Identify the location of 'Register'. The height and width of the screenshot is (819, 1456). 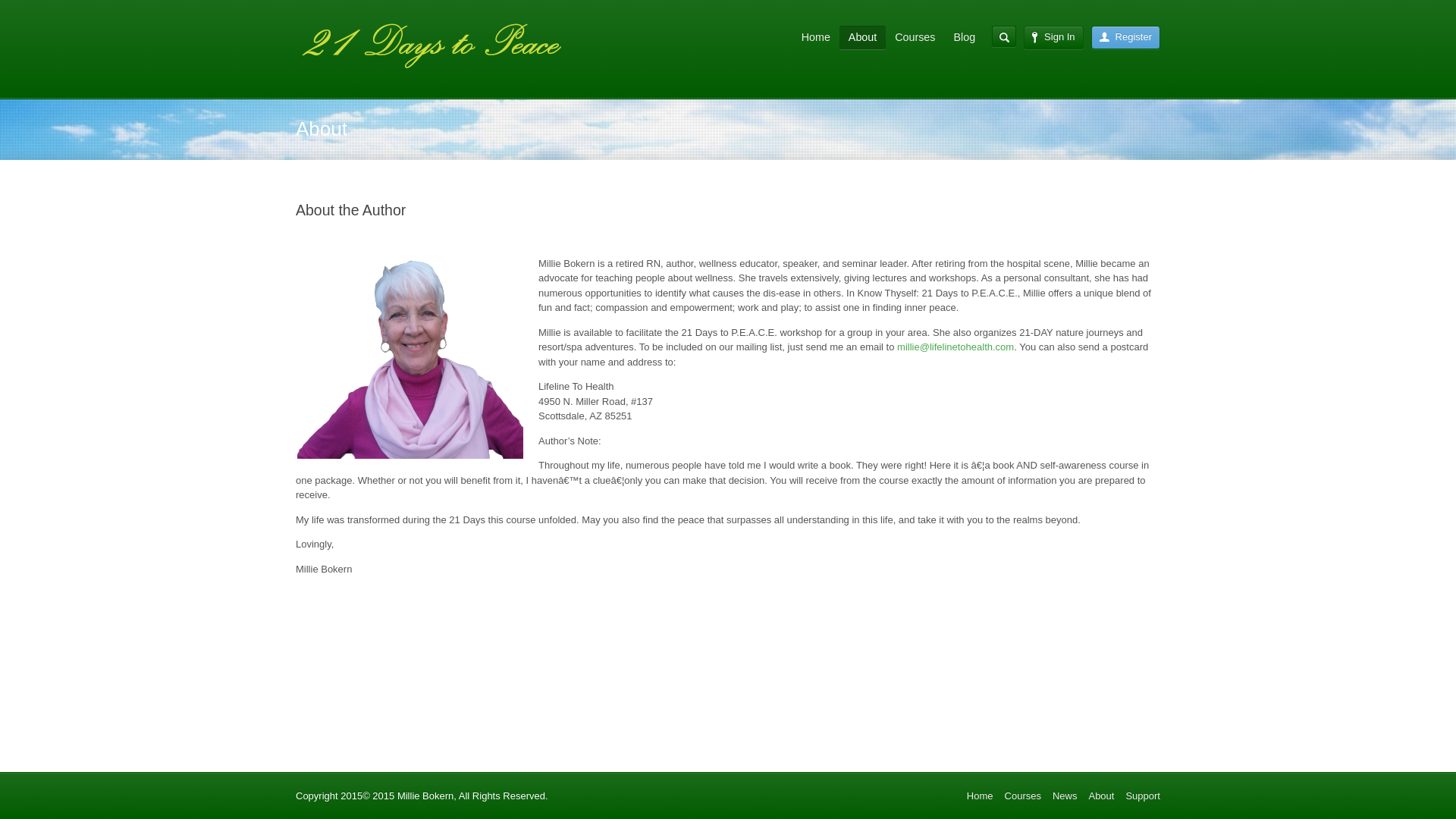
(1125, 36).